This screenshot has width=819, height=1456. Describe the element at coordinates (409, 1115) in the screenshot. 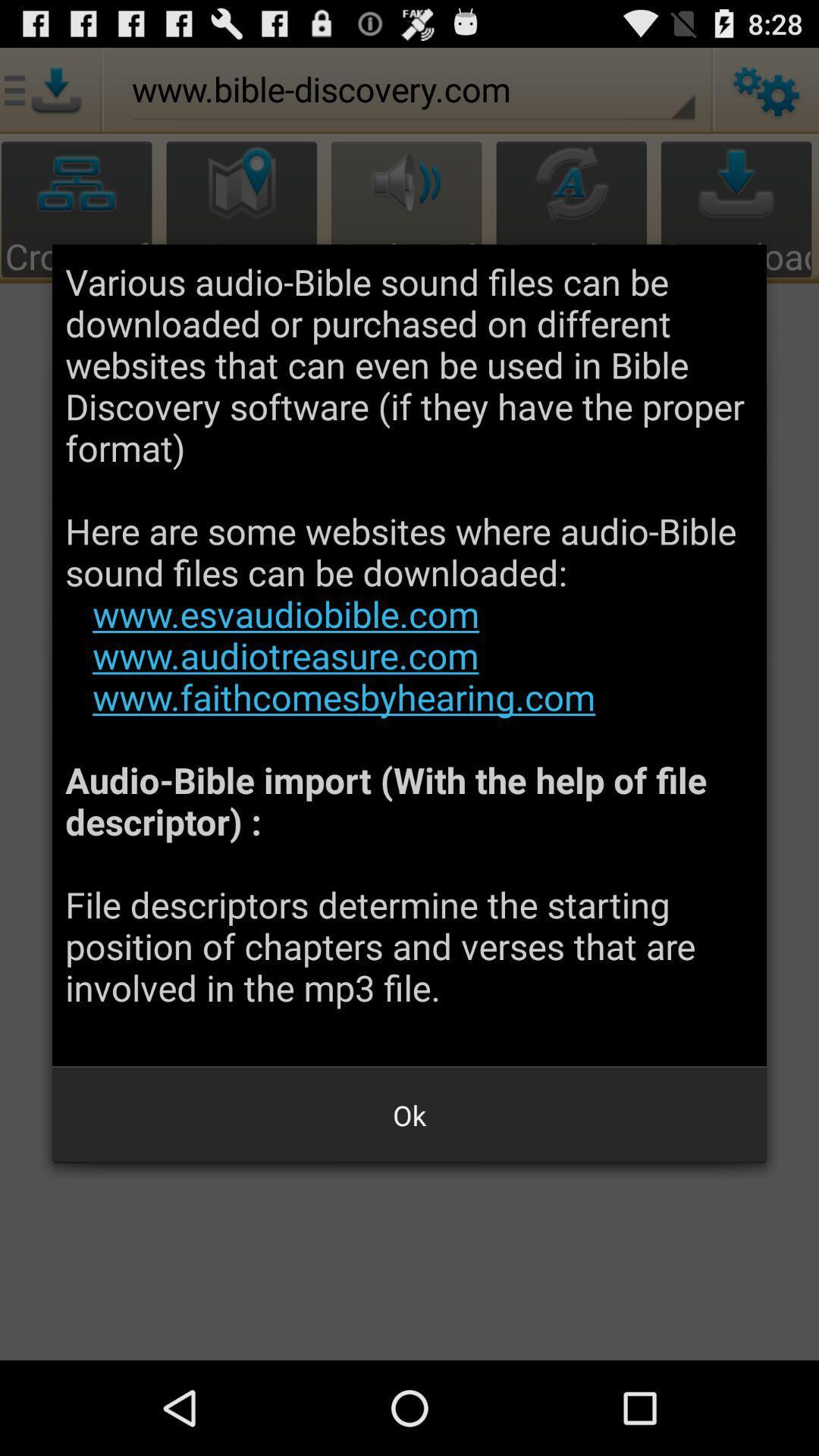

I see `the icon at the bottom` at that location.